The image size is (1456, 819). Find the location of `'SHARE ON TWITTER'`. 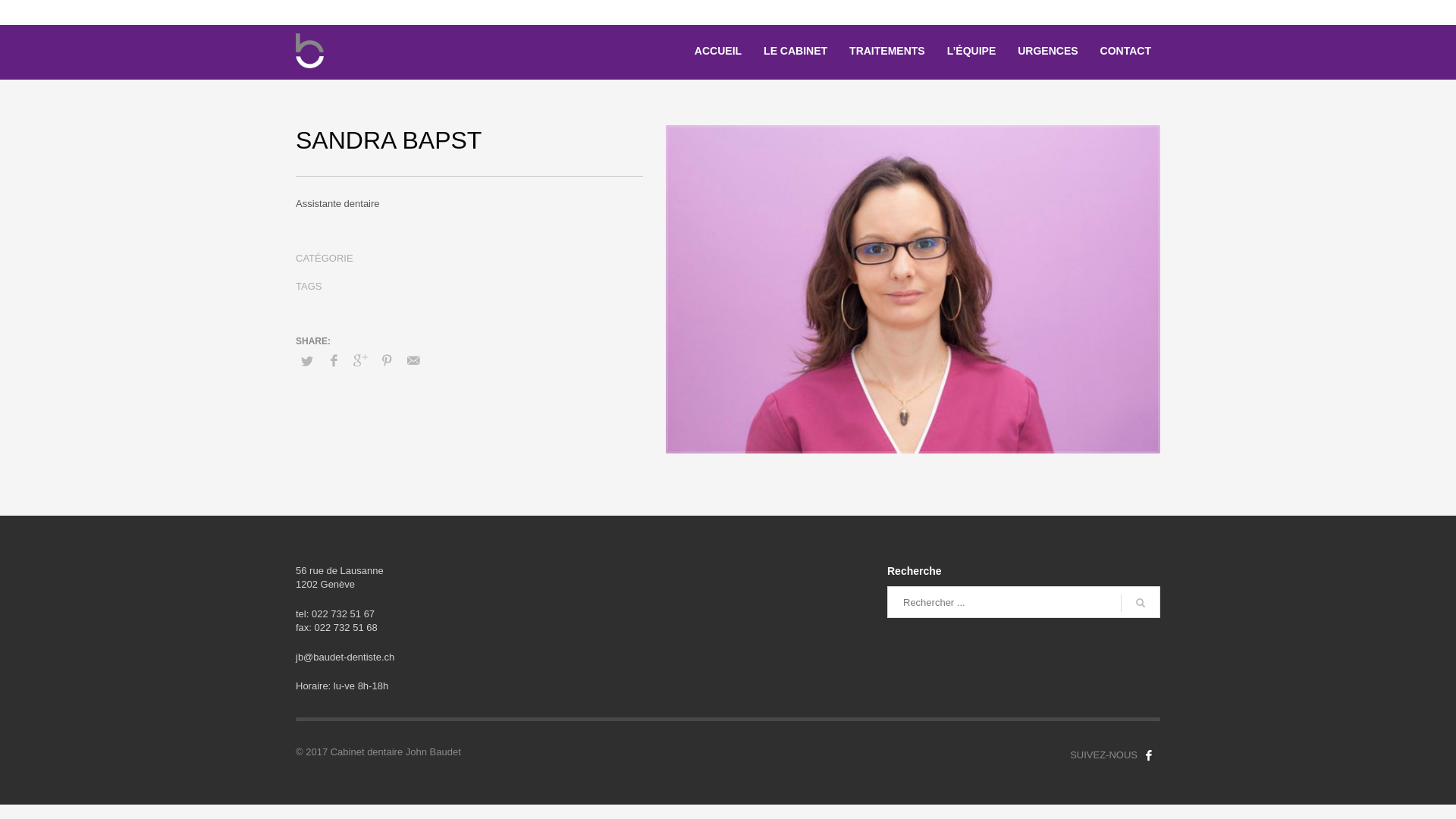

'SHARE ON TWITTER' is located at coordinates (306, 362).